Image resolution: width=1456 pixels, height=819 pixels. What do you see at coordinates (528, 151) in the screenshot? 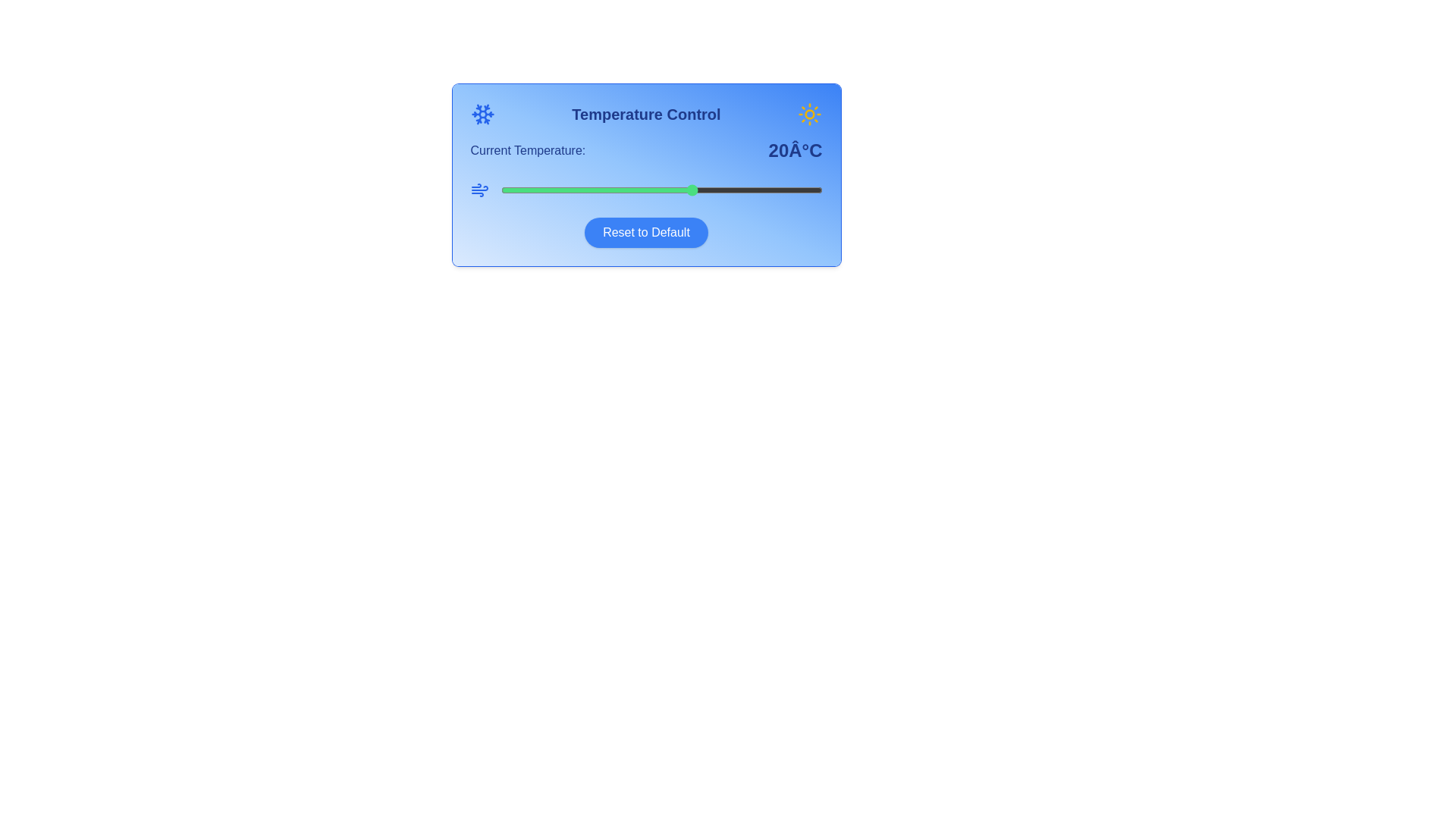
I see `the text label displaying 'Current Temperature:' which is positioned to the left of the bold number '20°C' in the upper-left segment of the blue-colored interface` at bounding box center [528, 151].